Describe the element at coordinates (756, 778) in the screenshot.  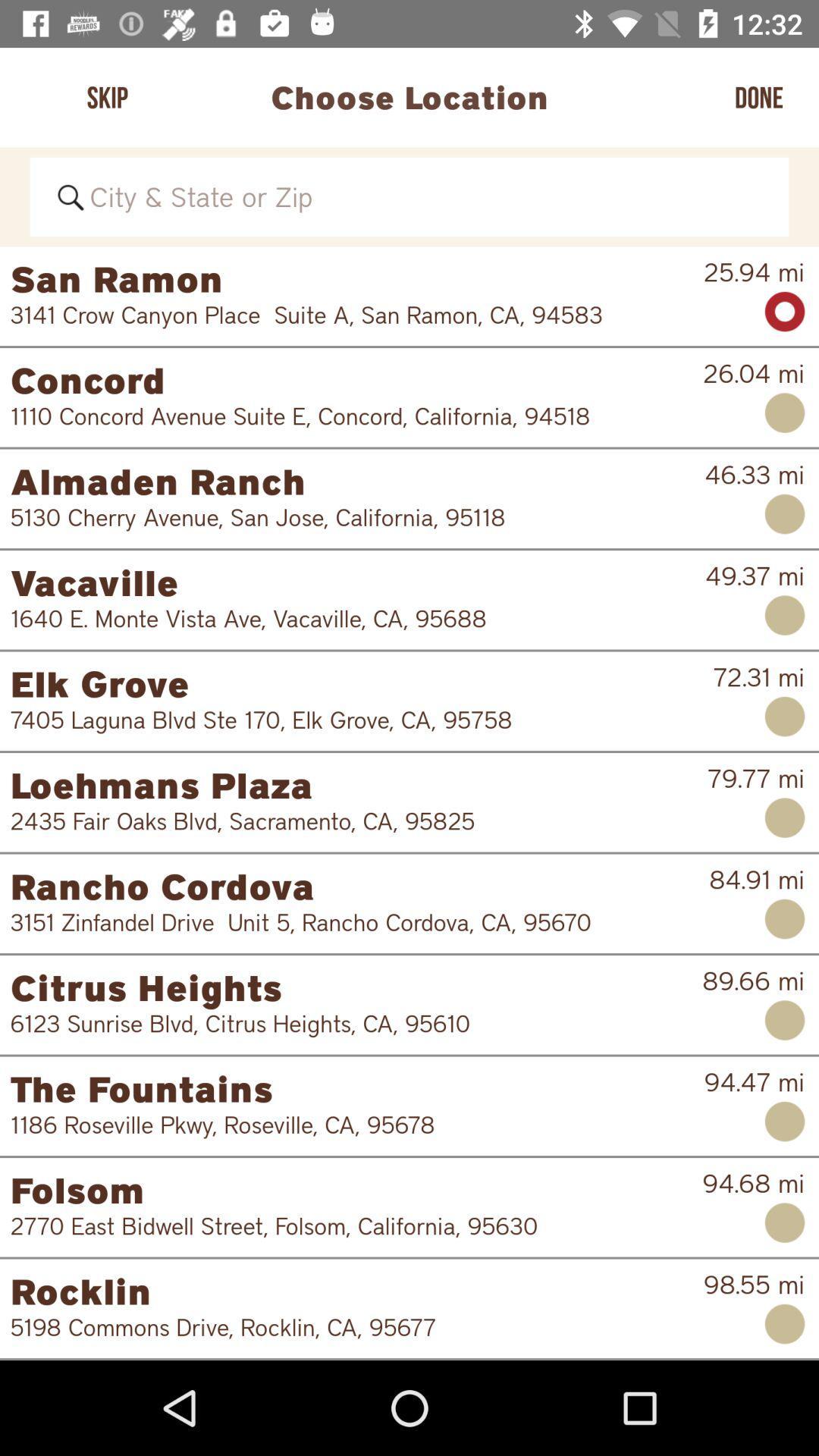
I see `79.77 mi` at that location.